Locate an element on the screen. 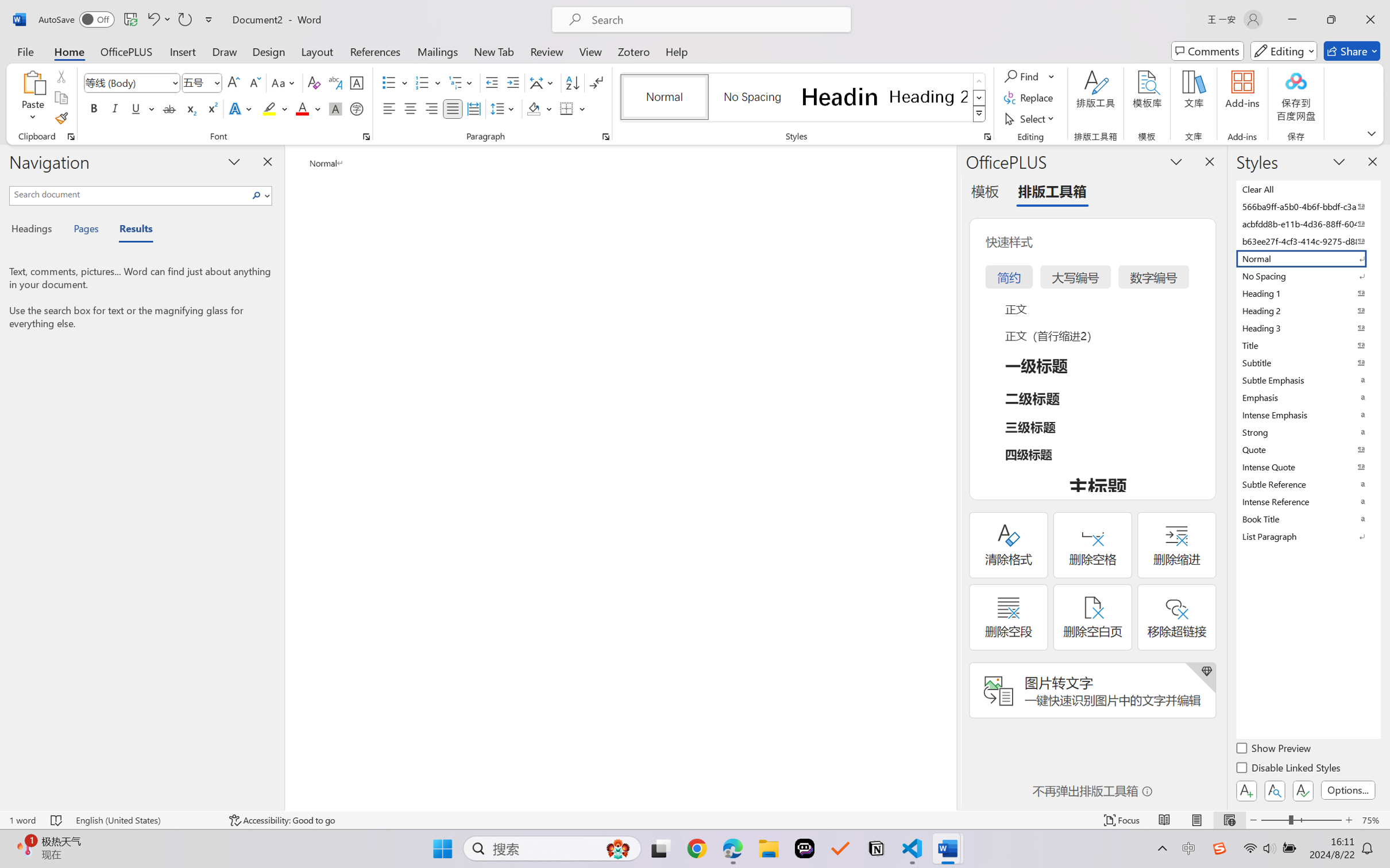 This screenshot has height=868, width=1390. 'Subtitle' is located at coordinates (1307, 362).